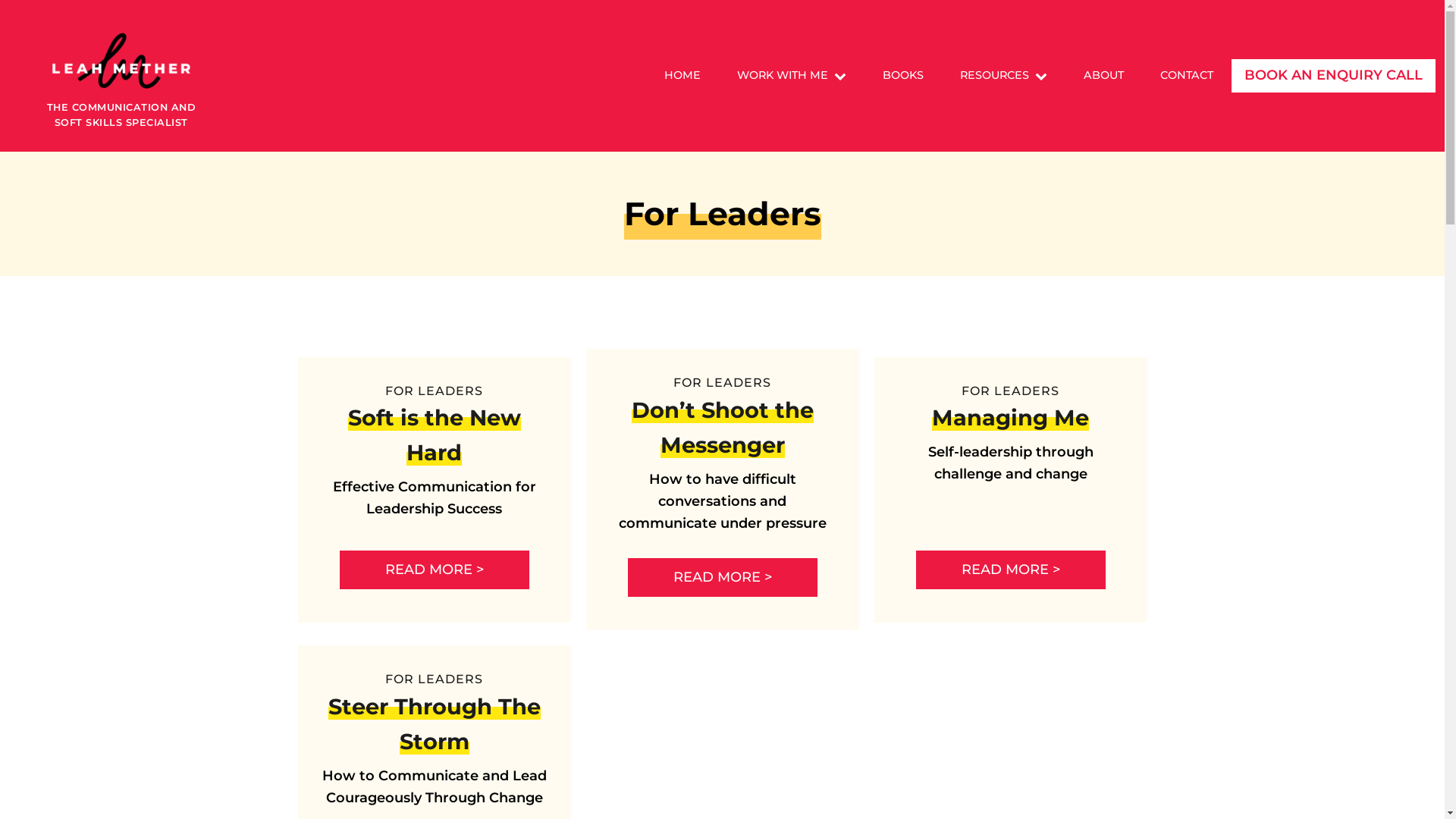 The height and width of the screenshot is (819, 1456). What do you see at coordinates (1103, 75) in the screenshot?
I see `'ABOUT'` at bounding box center [1103, 75].